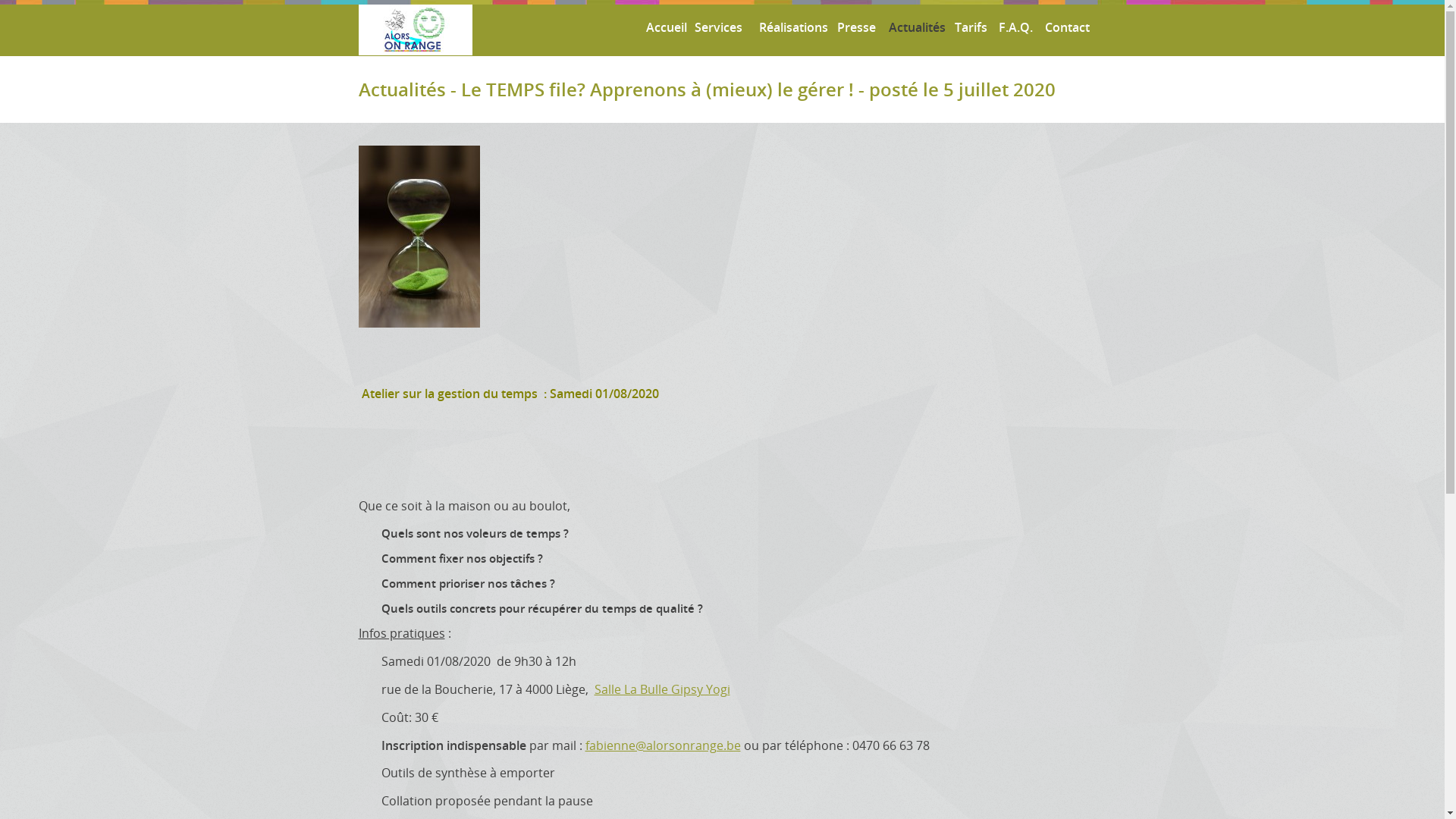 This screenshot has height=819, width=1456. Describe the element at coordinates (1013, 27) in the screenshot. I see `'F.A.Q.'` at that location.